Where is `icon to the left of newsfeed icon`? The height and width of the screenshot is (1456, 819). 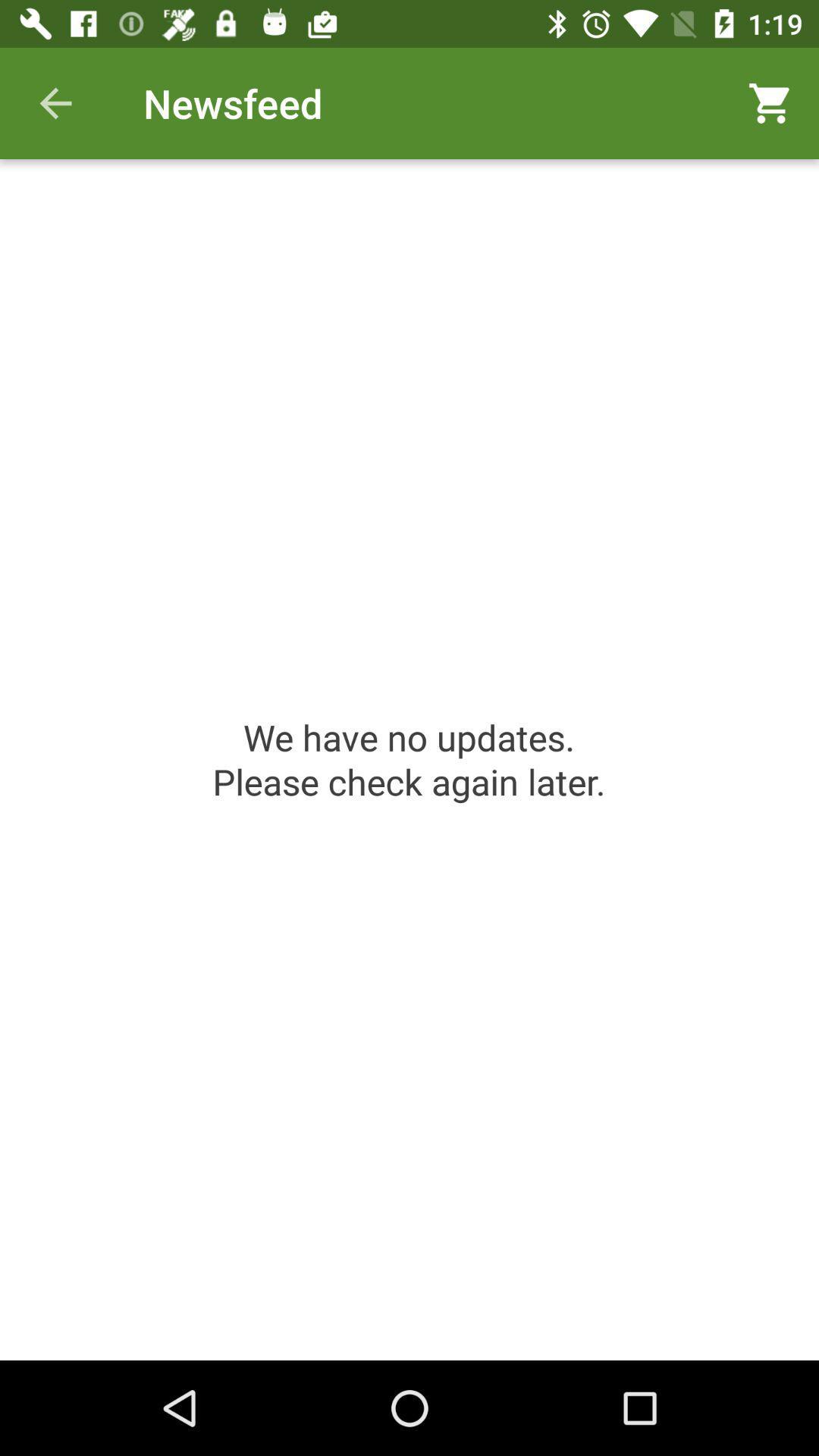
icon to the left of newsfeed icon is located at coordinates (55, 102).